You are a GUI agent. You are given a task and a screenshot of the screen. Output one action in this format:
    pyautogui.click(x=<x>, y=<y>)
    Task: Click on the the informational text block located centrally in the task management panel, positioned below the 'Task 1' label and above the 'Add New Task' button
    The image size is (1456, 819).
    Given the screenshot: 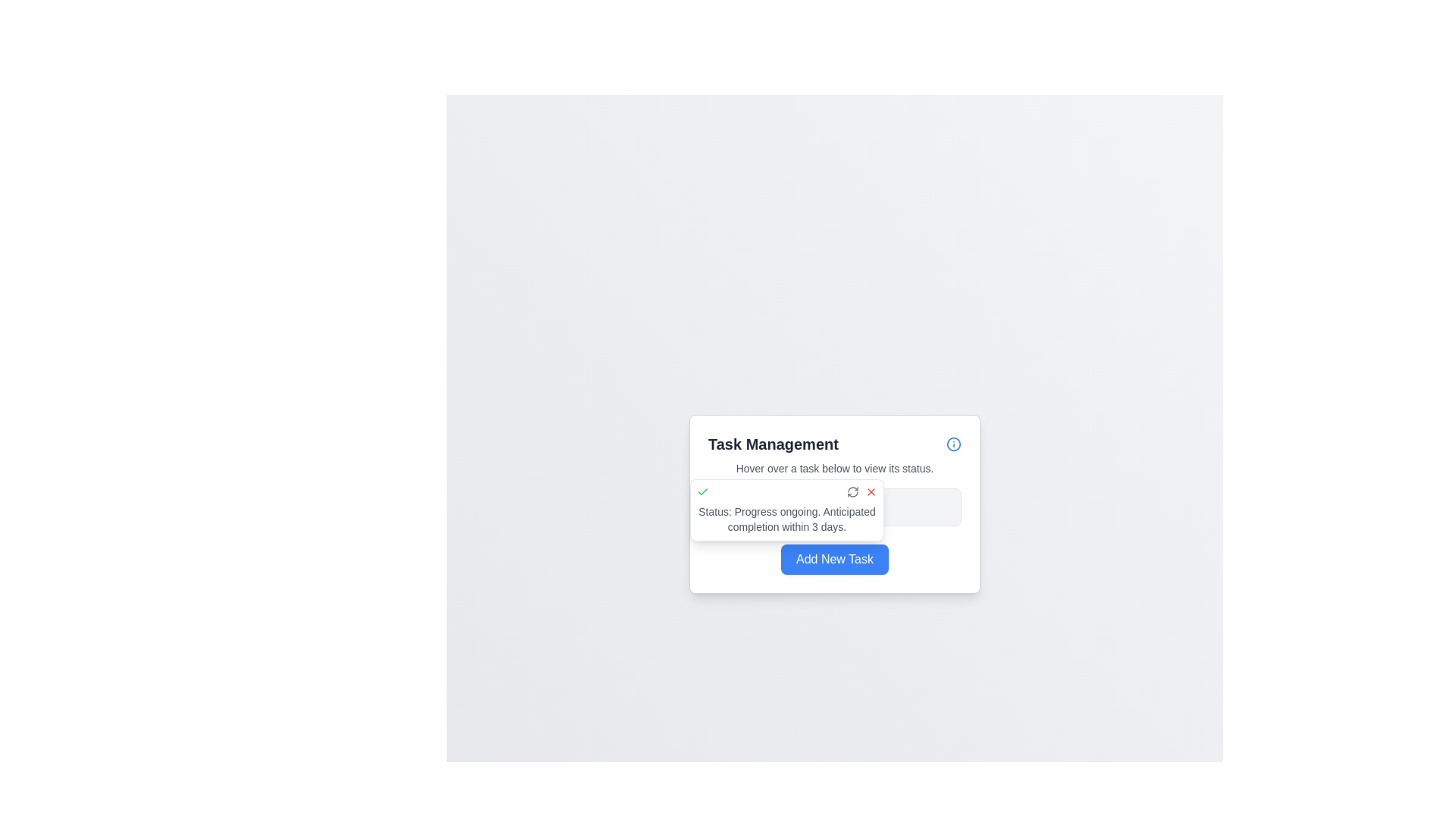 What is the action you would take?
    pyautogui.click(x=833, y=507)
    